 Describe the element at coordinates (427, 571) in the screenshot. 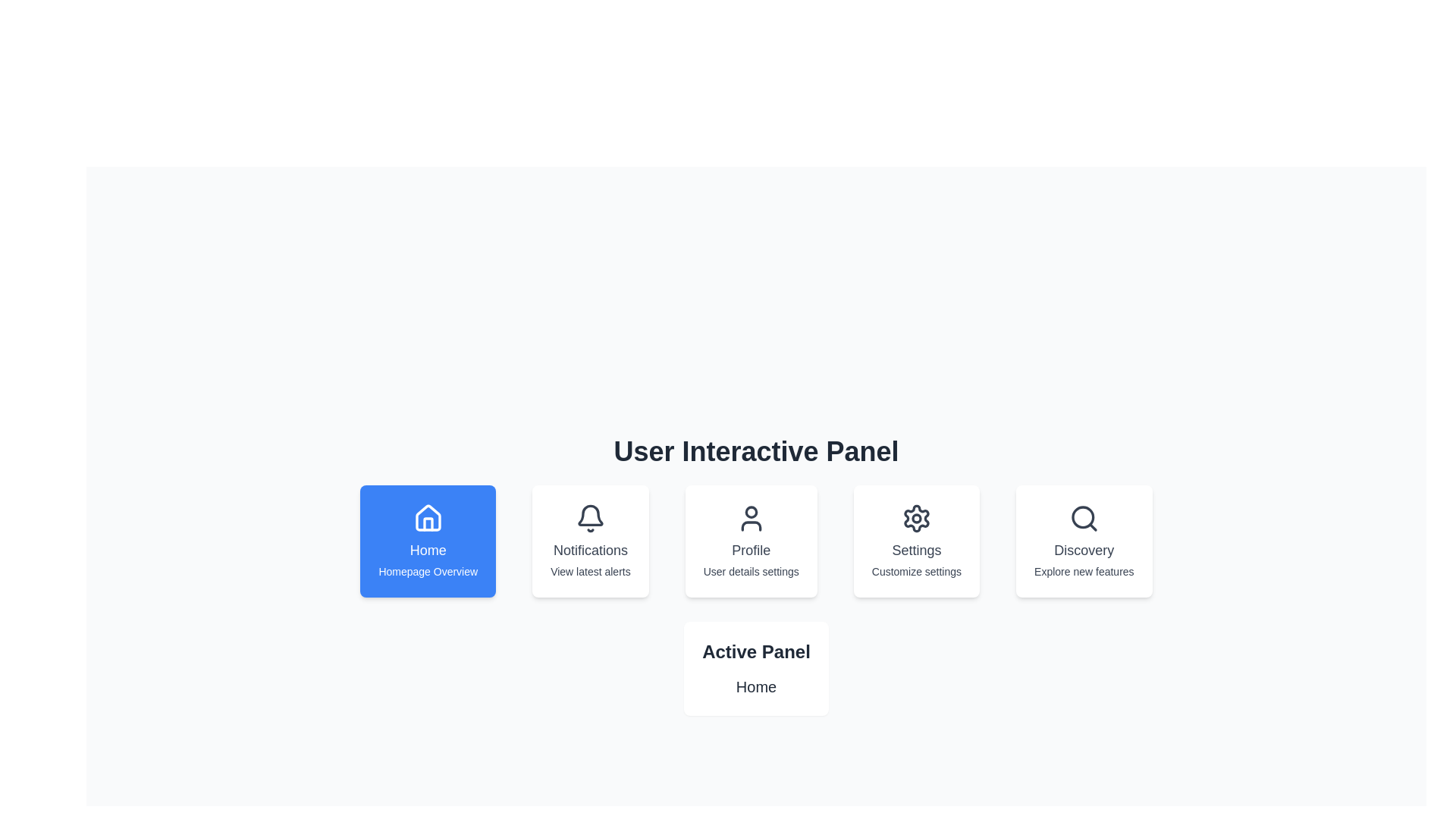

I see `the text label displaying 'Homepage Overview', which is styled in white text on a blue background and positioned beneath the 'Home' label in the button group` at that location.